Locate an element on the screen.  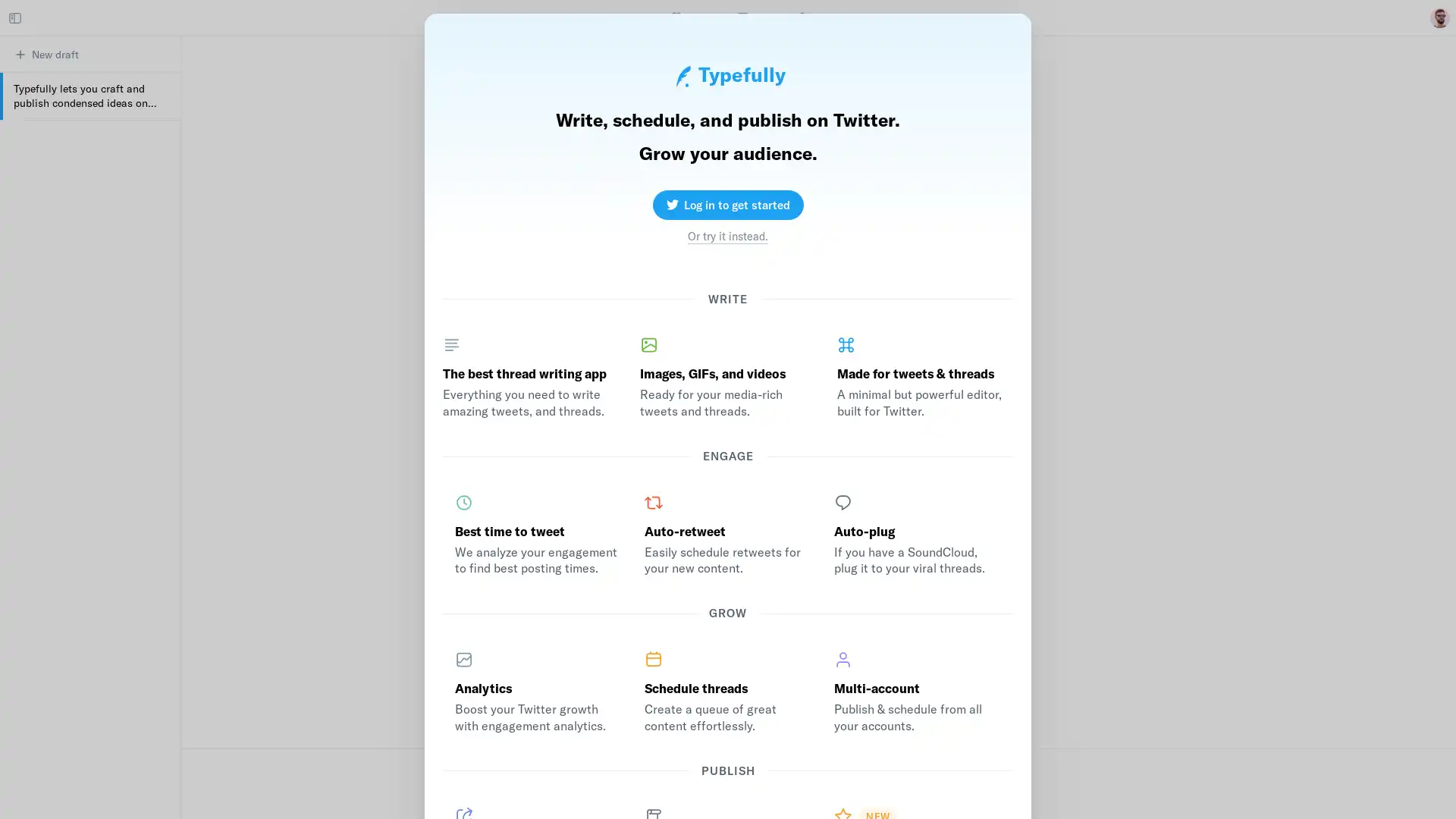
Log in to get started is located at coordinates (726, 203).